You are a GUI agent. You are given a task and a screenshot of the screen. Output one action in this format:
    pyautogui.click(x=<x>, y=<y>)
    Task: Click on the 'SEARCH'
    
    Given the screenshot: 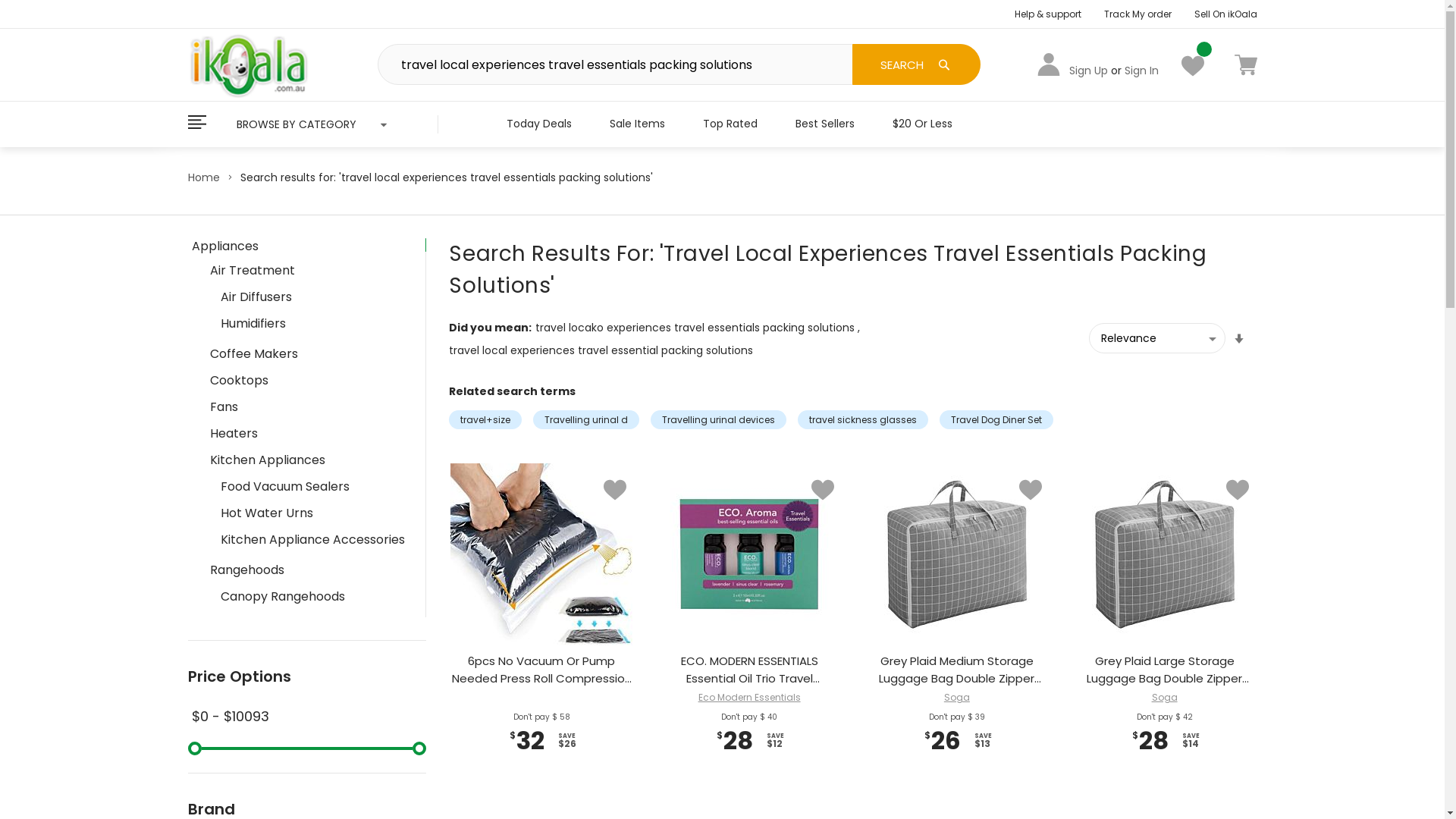 What is the action you would take?
    pyautogui.click(x=915, y=63)
    